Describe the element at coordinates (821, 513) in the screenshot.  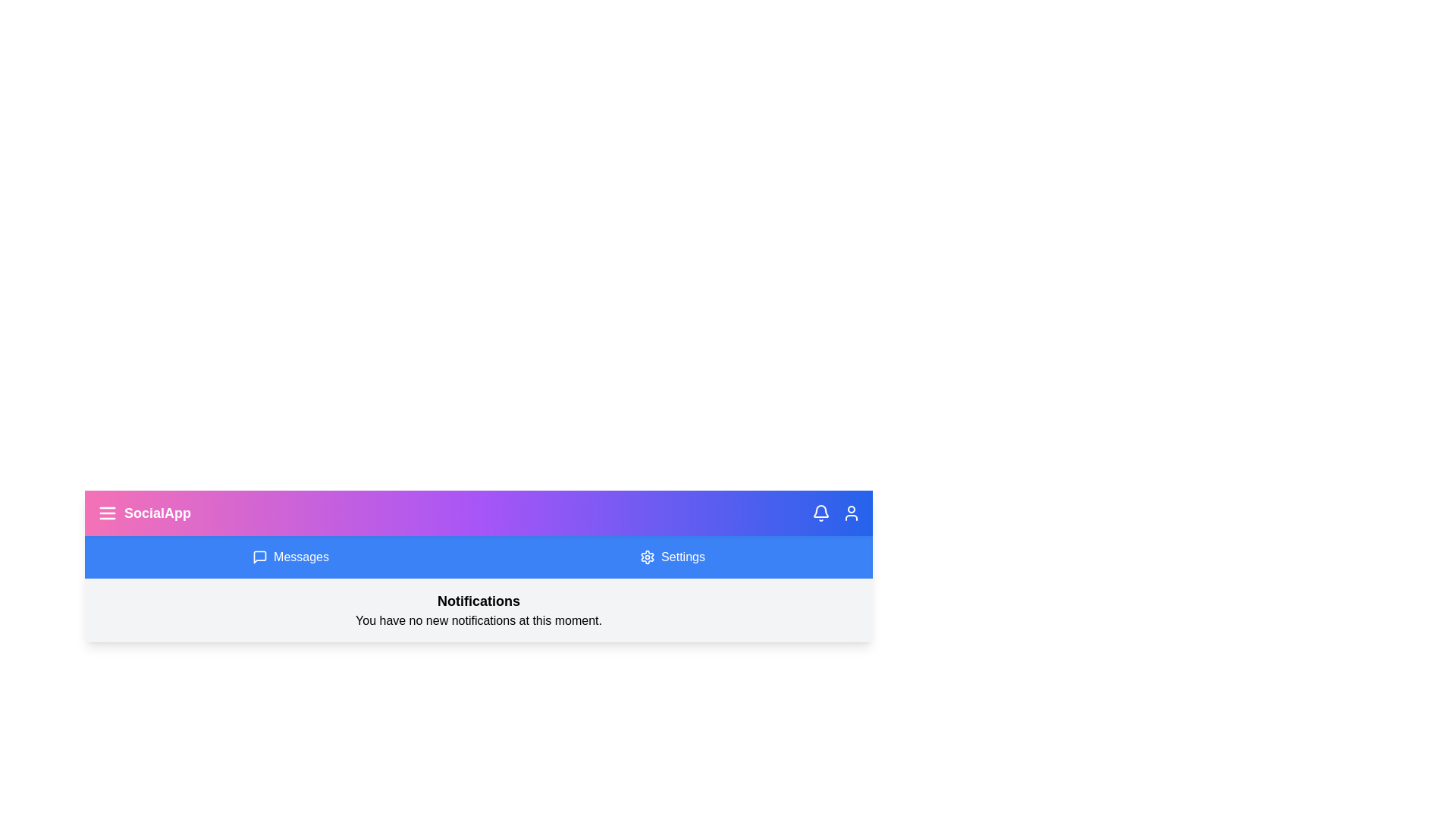
I see `the bell icon to toggle the notifications panel visibility` at that location.